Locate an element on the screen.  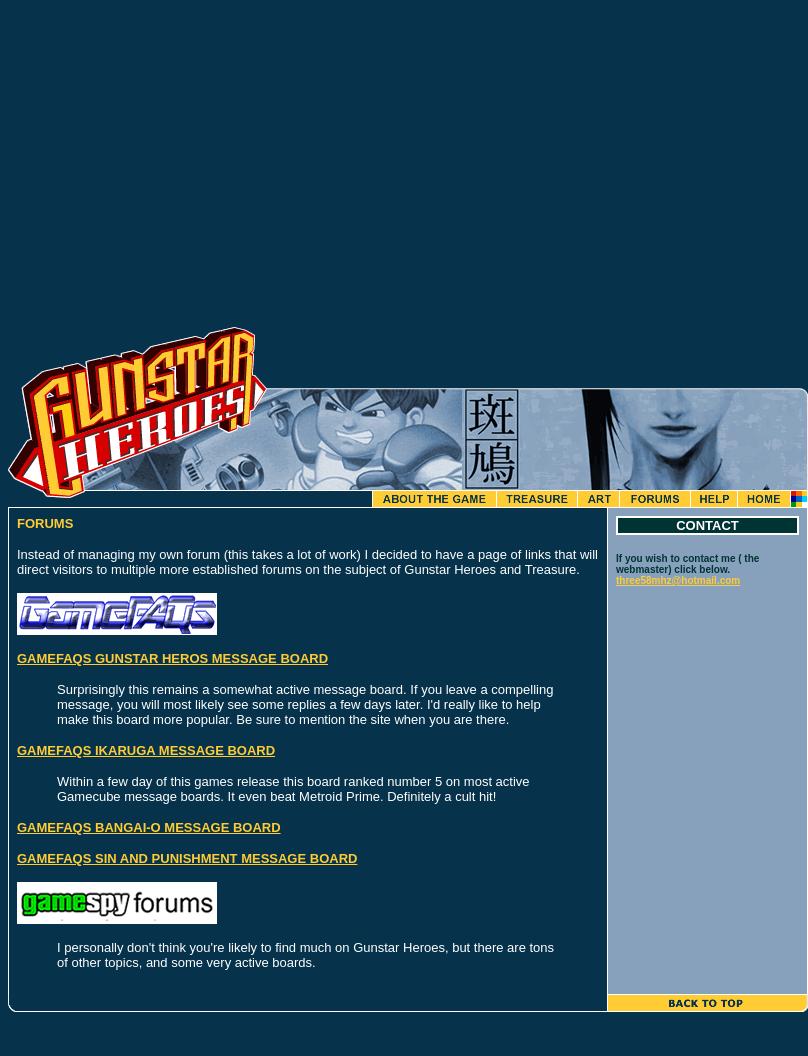
'I 
                      personally don't think you're likely to find much on Gunstar 
                      Heroes, but there are tons of other topics, and some very 
                      active boards.' is located at coordinates (304, 955).